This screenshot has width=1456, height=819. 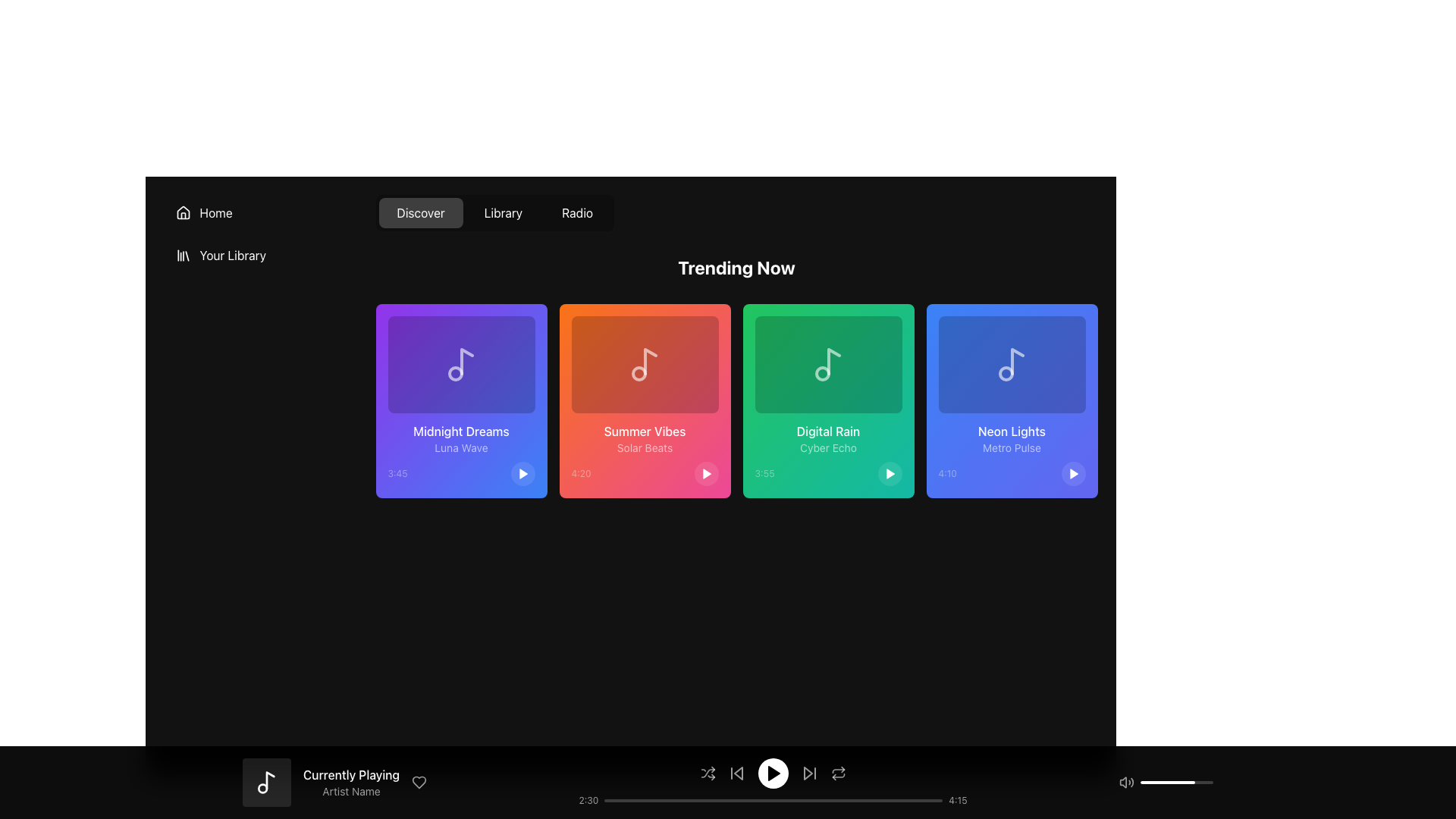 I want to click on the text label displaying '4:10' located in the bottom left corner of the blue card labeled 'Neon Lights' by 'Metro Pulse' in the 'Trending Now' section, so click(x=946, y=472).